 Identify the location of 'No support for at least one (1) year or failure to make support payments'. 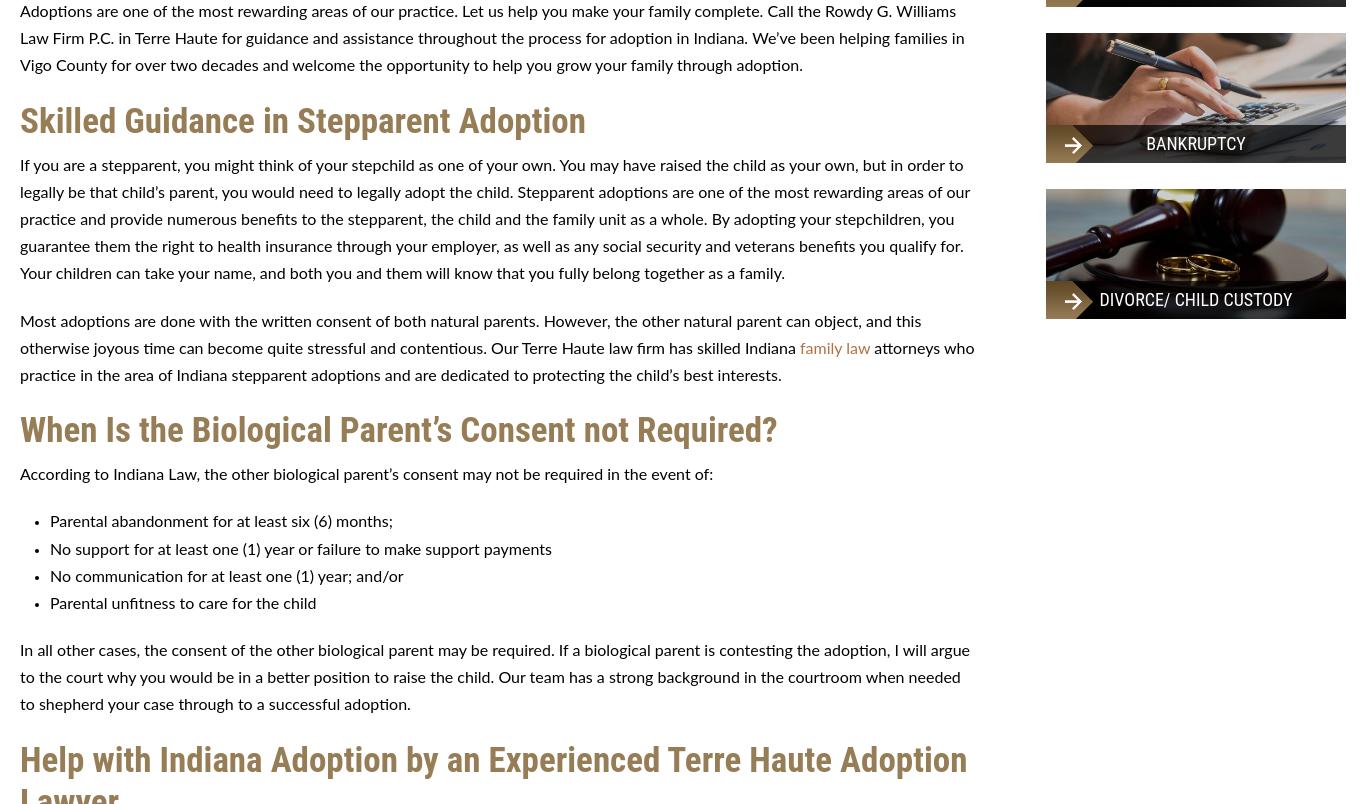
(49, 548).